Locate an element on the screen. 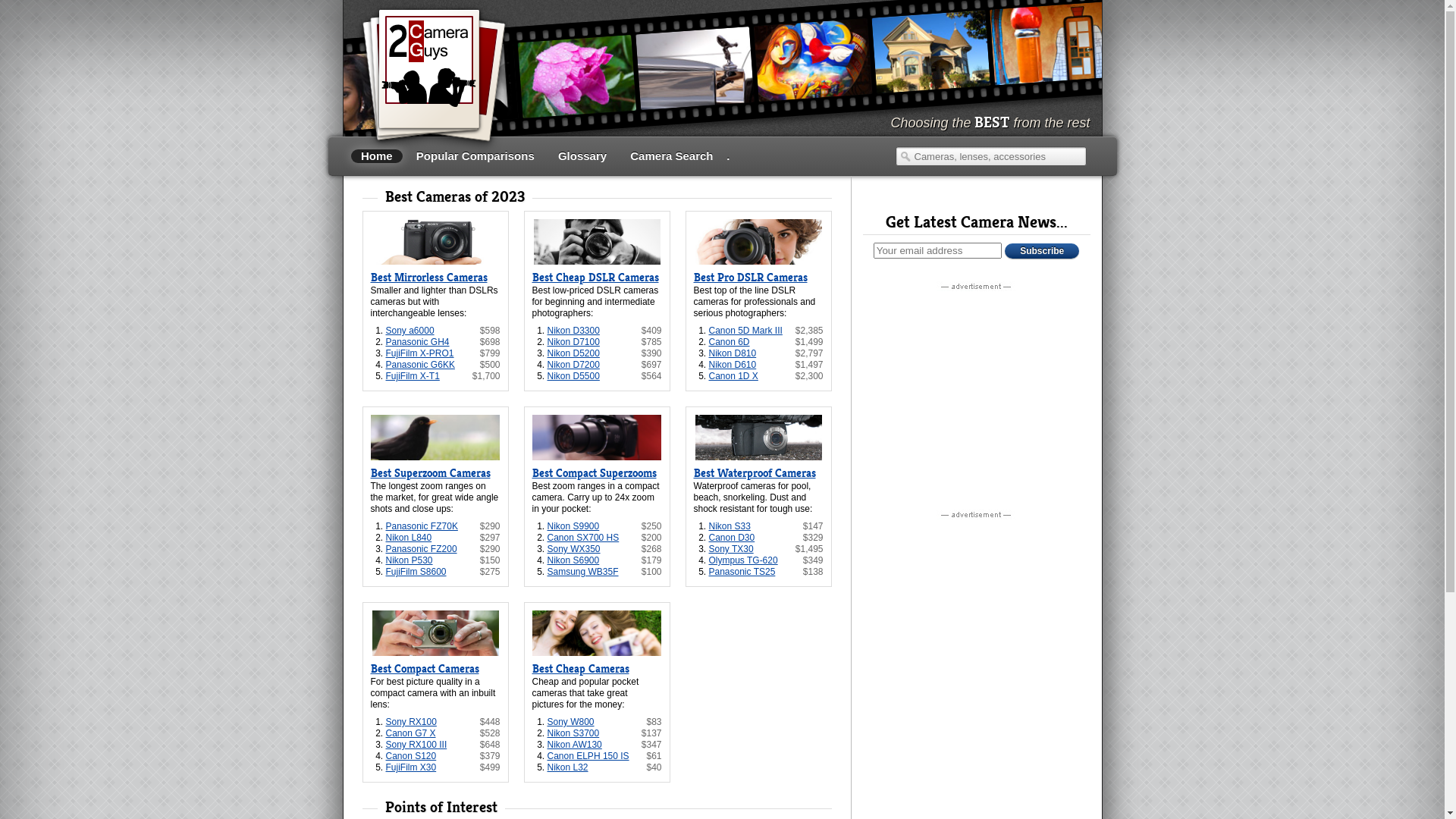 Image resolution: width=1456 pixels, height=819 pixels. 'Panasonic G6KK' is located at coordinates (419, 365).